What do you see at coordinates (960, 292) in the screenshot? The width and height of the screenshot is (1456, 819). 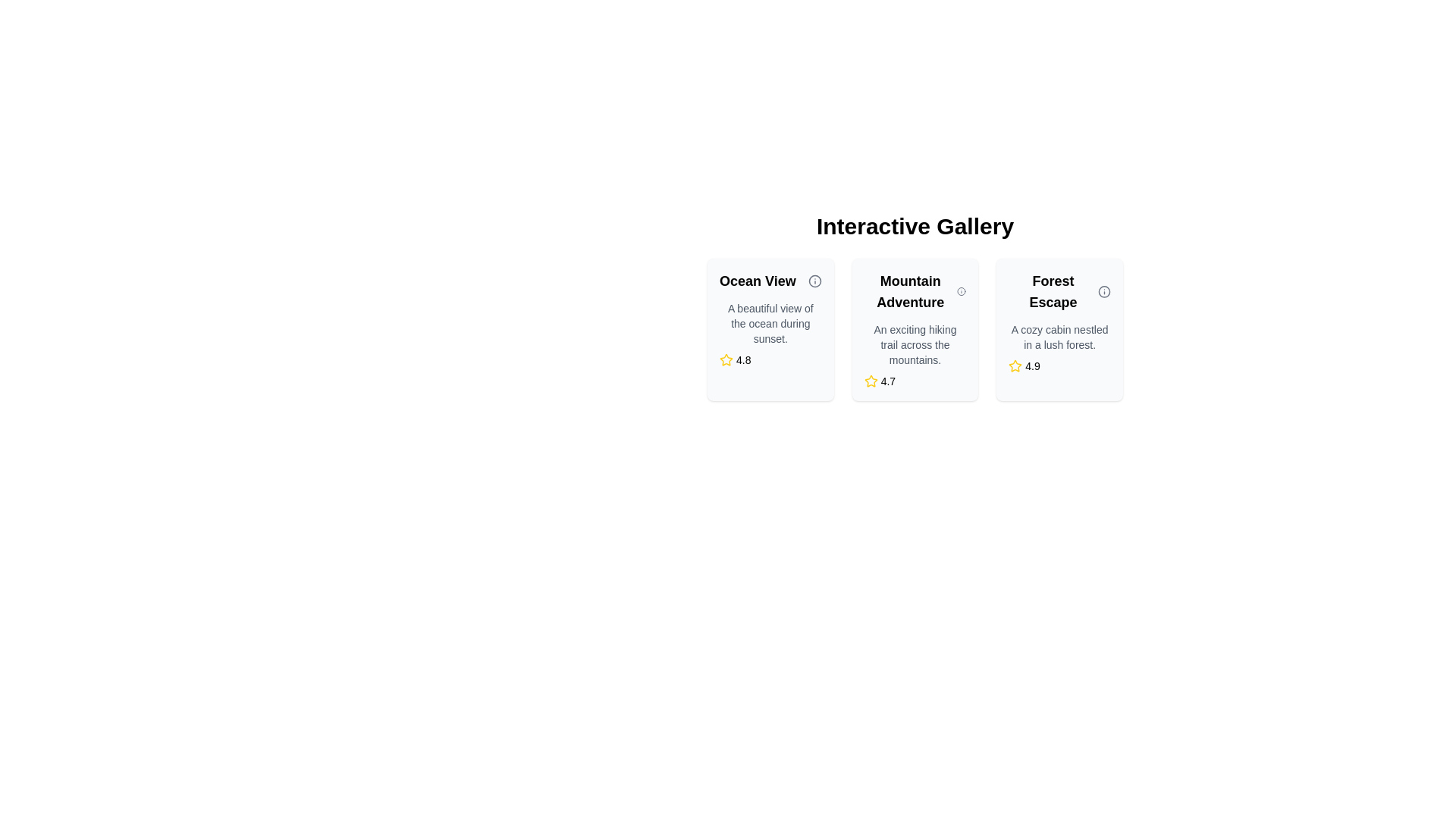 I see `the information icon, which is a small circular icon with a hollow gray outline and an information symbol, located next to the 'Mountain Adventure' title` at bounding box center [960, 292].